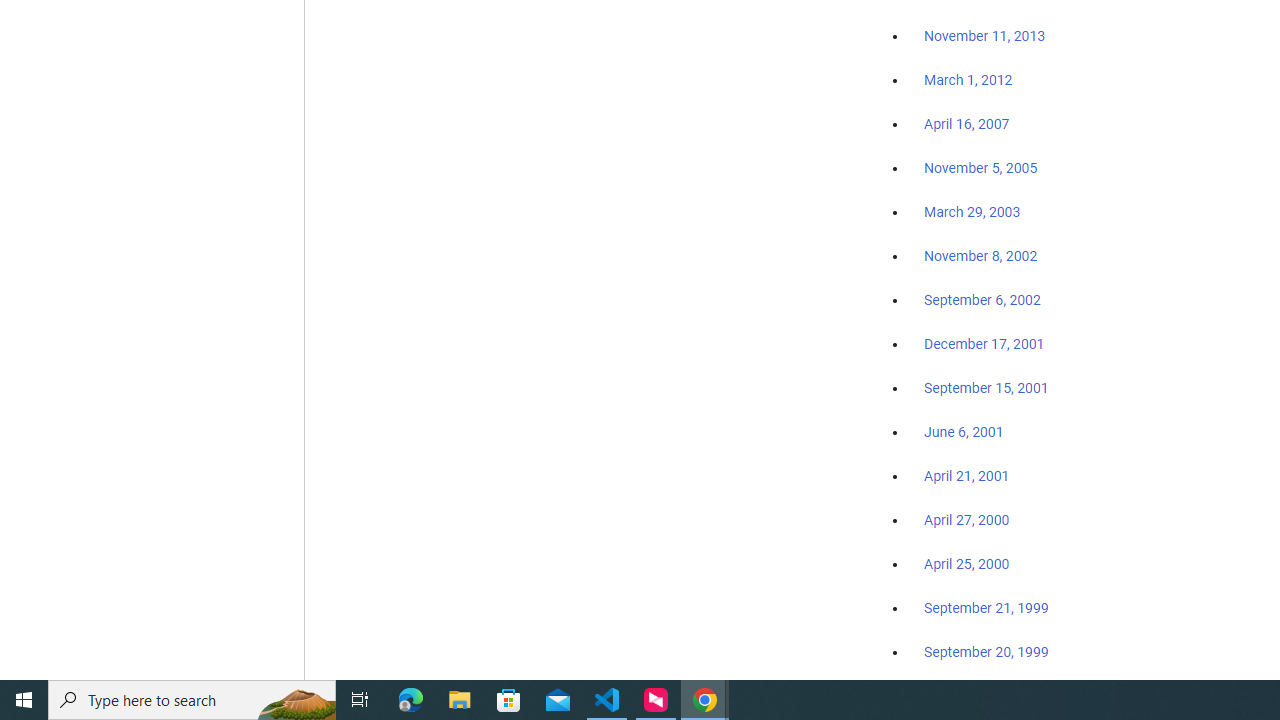 The image size is (1280, 720). I want to click on 'September 15, 2001', so click(986, 387).